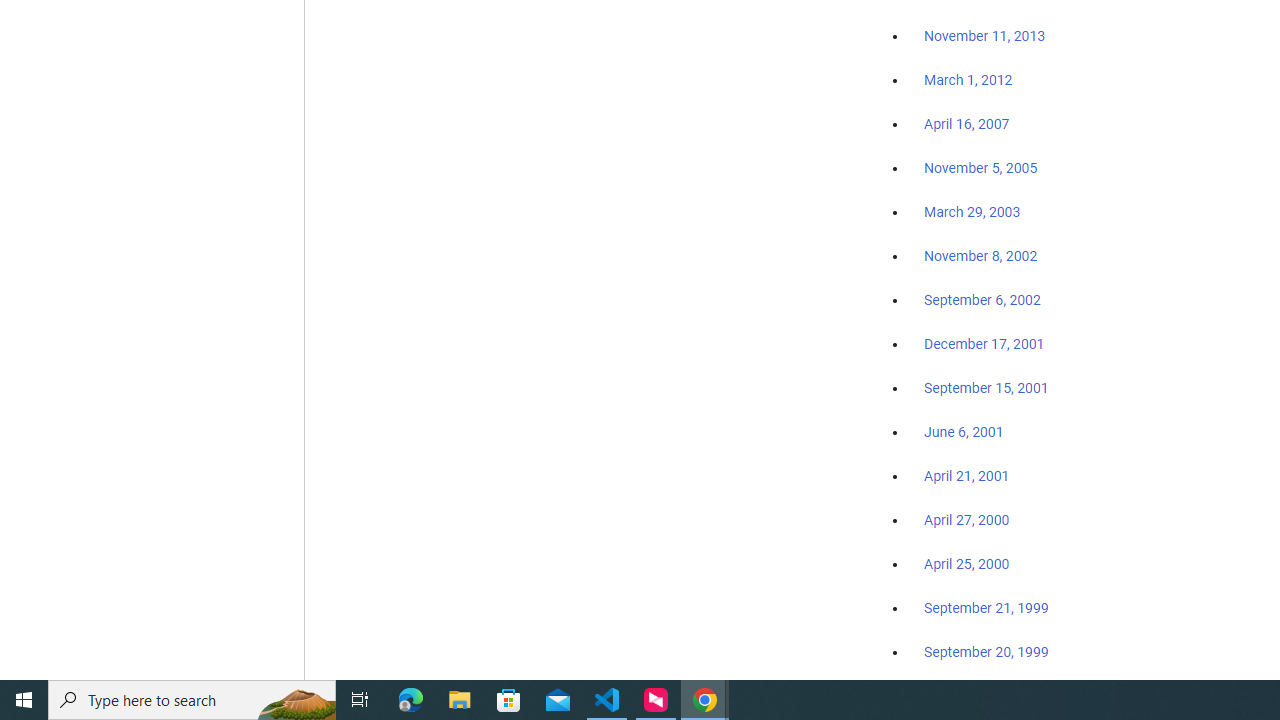 The image size is (1280, 720). I want to click on 'September 15, 2001', so click(986, 387).